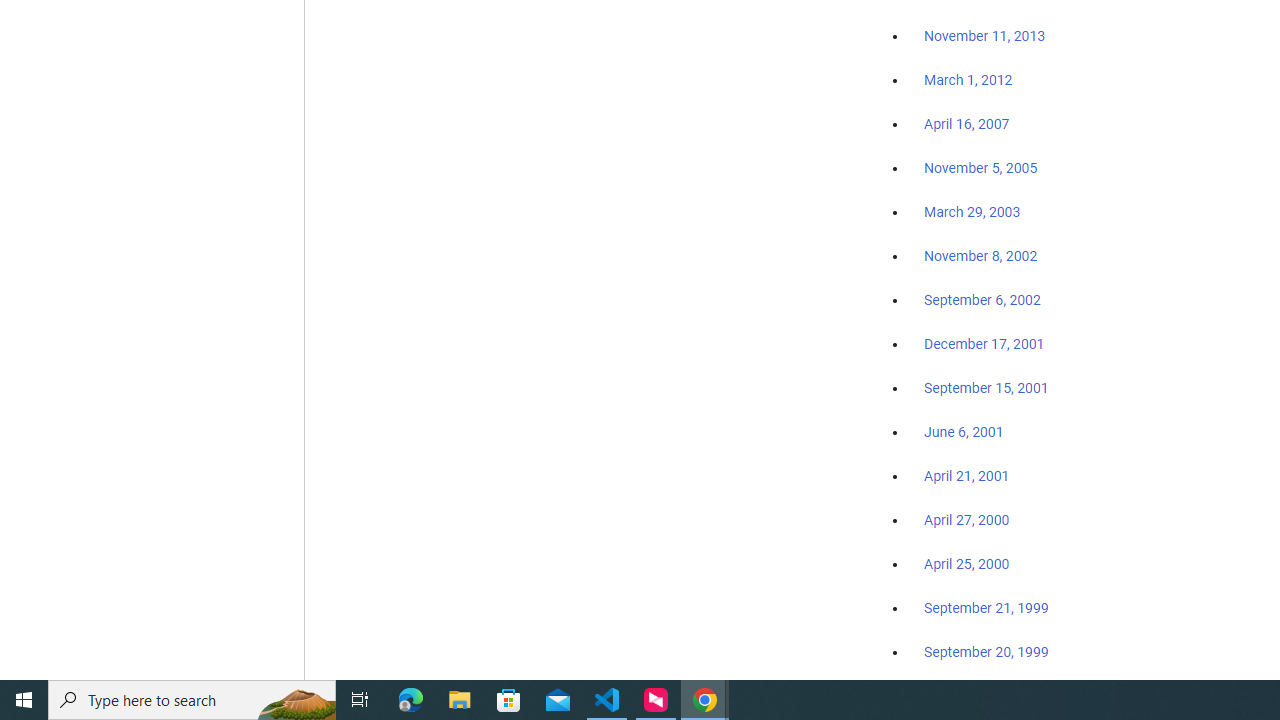 The image size is (1280, 720). I want to click on 'September 15, 2001', so click(986, 387).